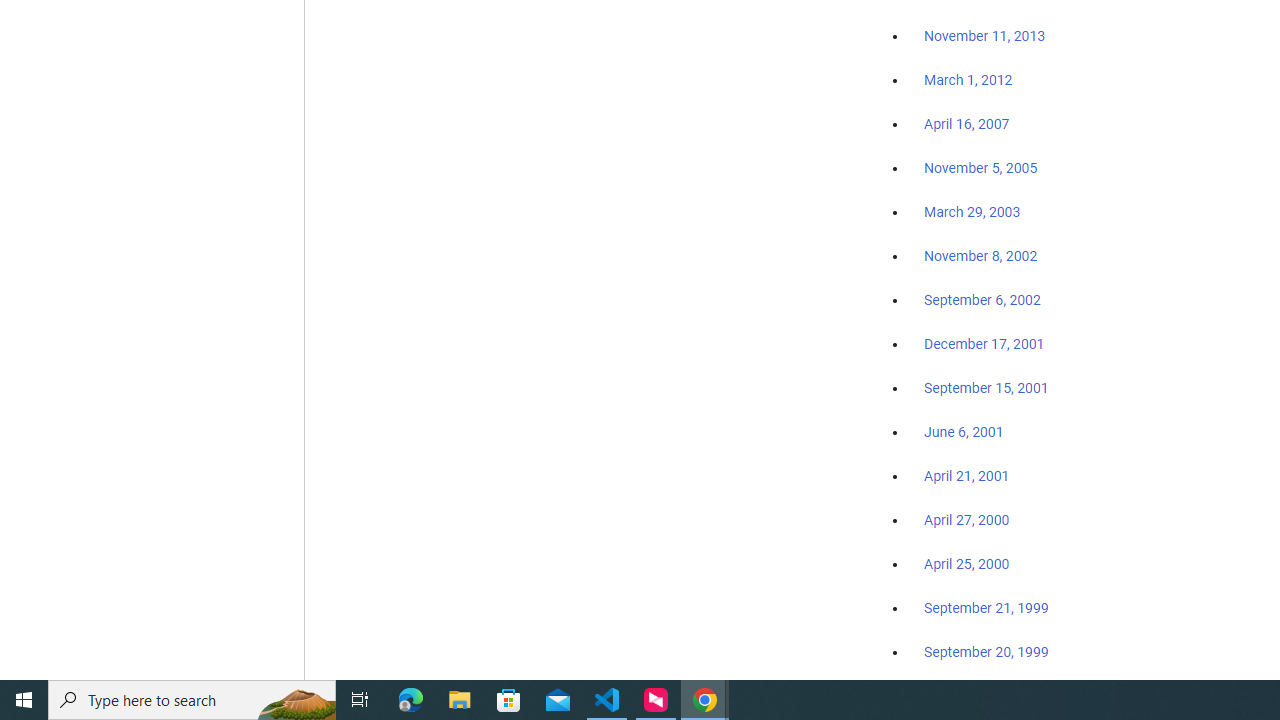 The image size is (1280, 720). I want to click on 'September 15, 2001', so click(986, 387).